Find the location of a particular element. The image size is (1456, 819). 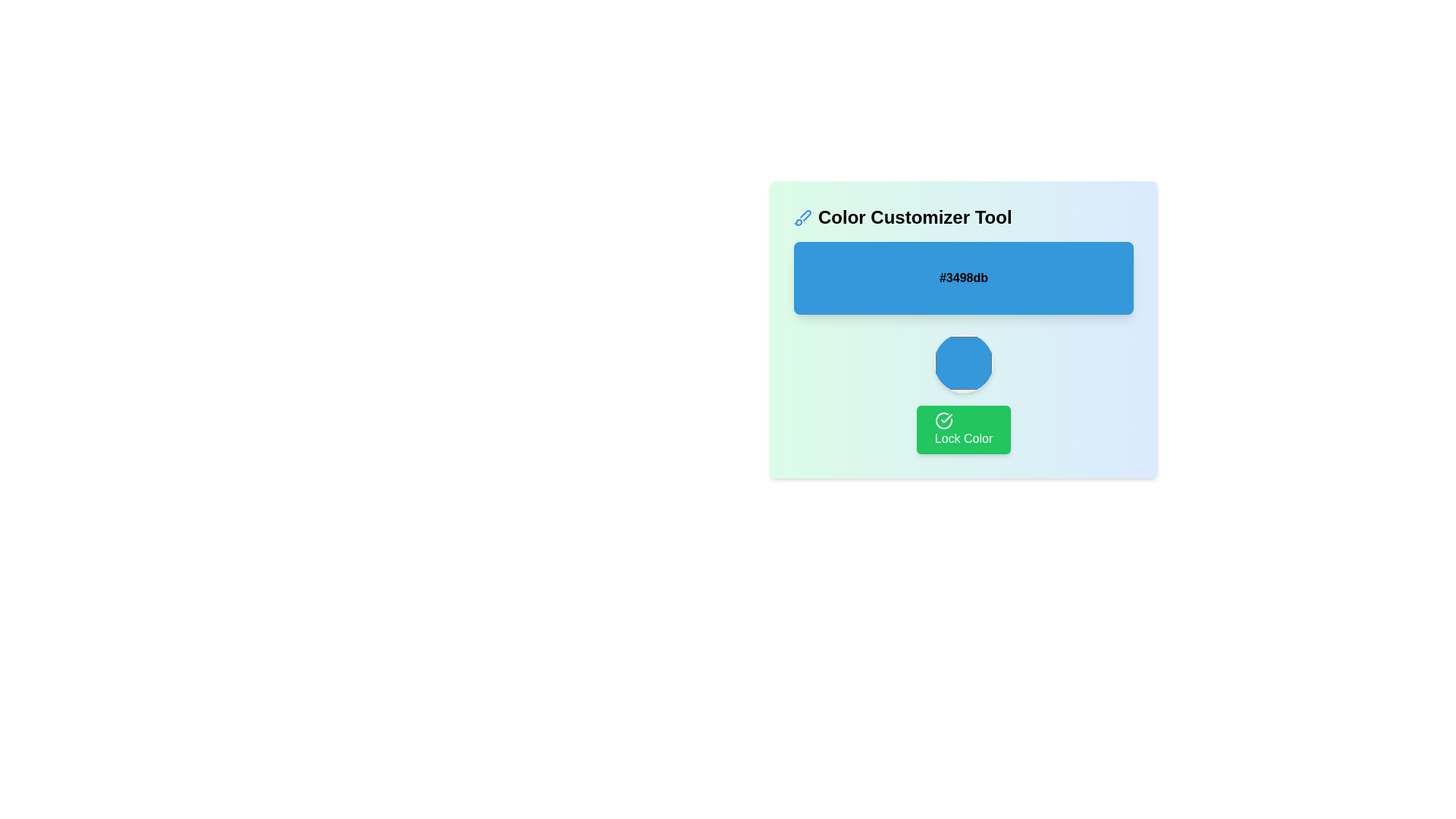

the color selection button located centrally below the blue rectangle with color code '#3498db' and above the 'Lock Color' button is located at coordinates (963, 362).